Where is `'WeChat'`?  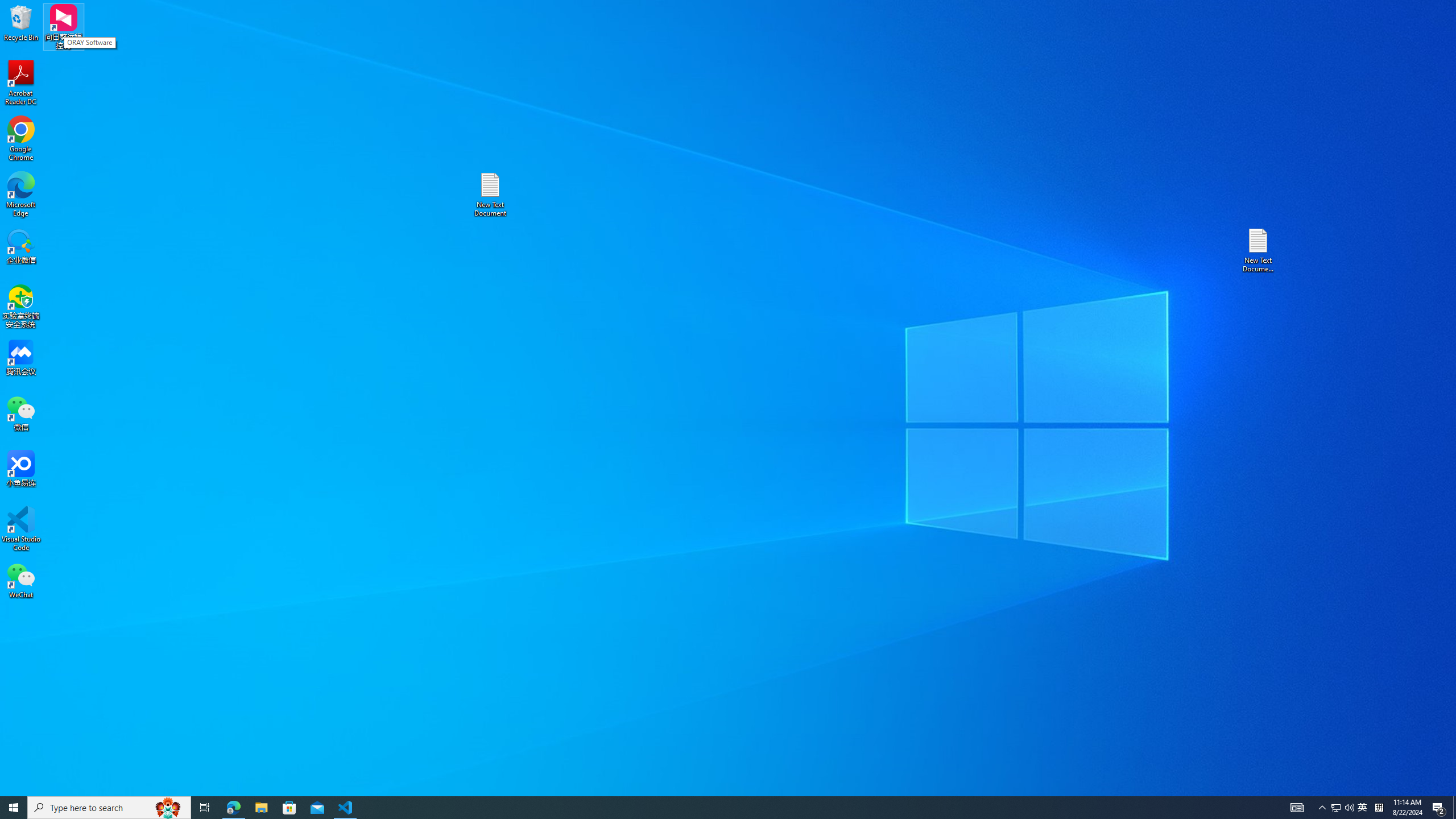
'WeChat' is located at coordinates (20, 580).